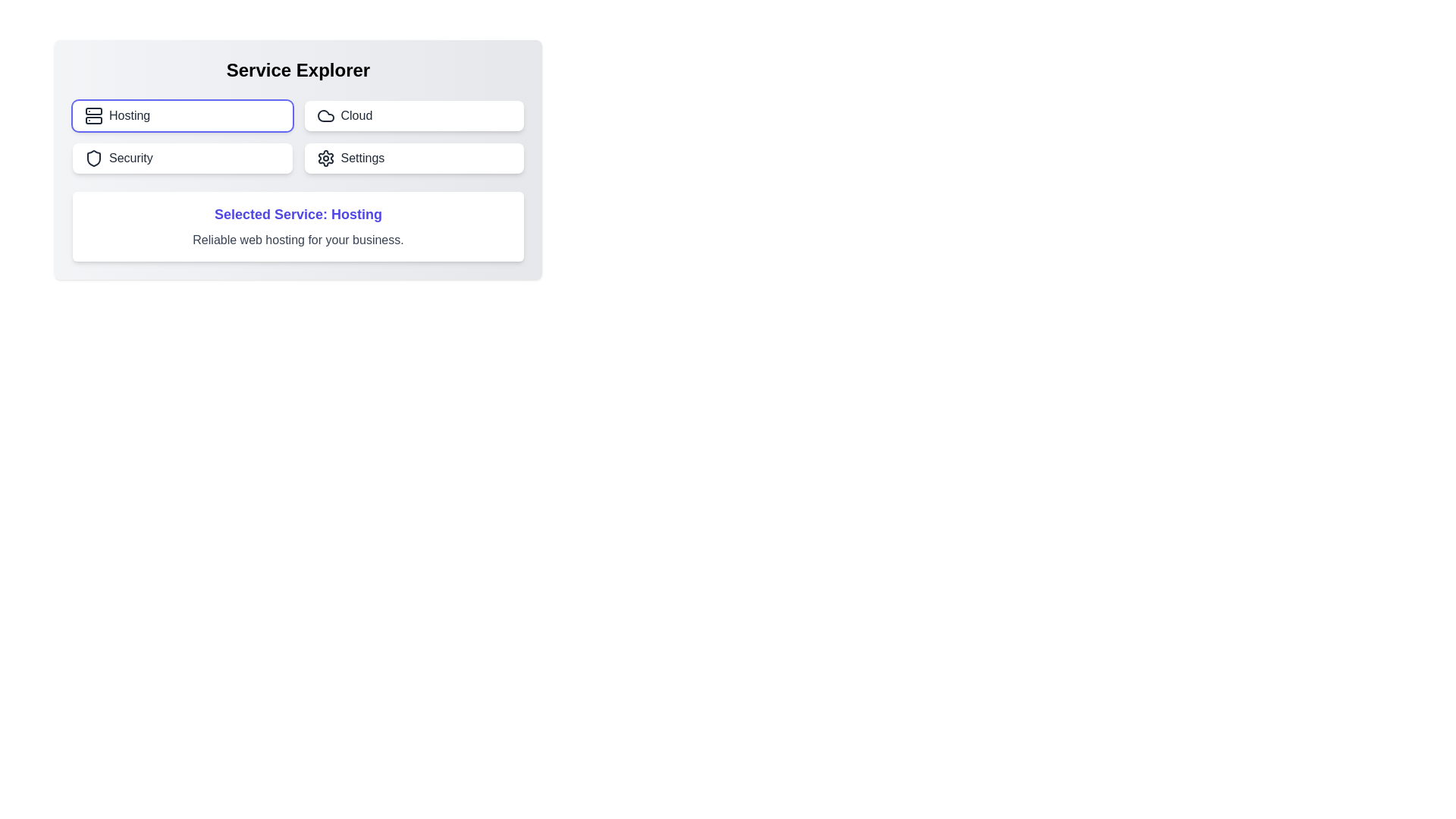 This screenshot has height=819, width=1456. I want to click on the informational content box displaying 'Selected Service: Hosting' with a white background and rounded corners, located beneath the 'Service Explorer' section, so click(298, 227).